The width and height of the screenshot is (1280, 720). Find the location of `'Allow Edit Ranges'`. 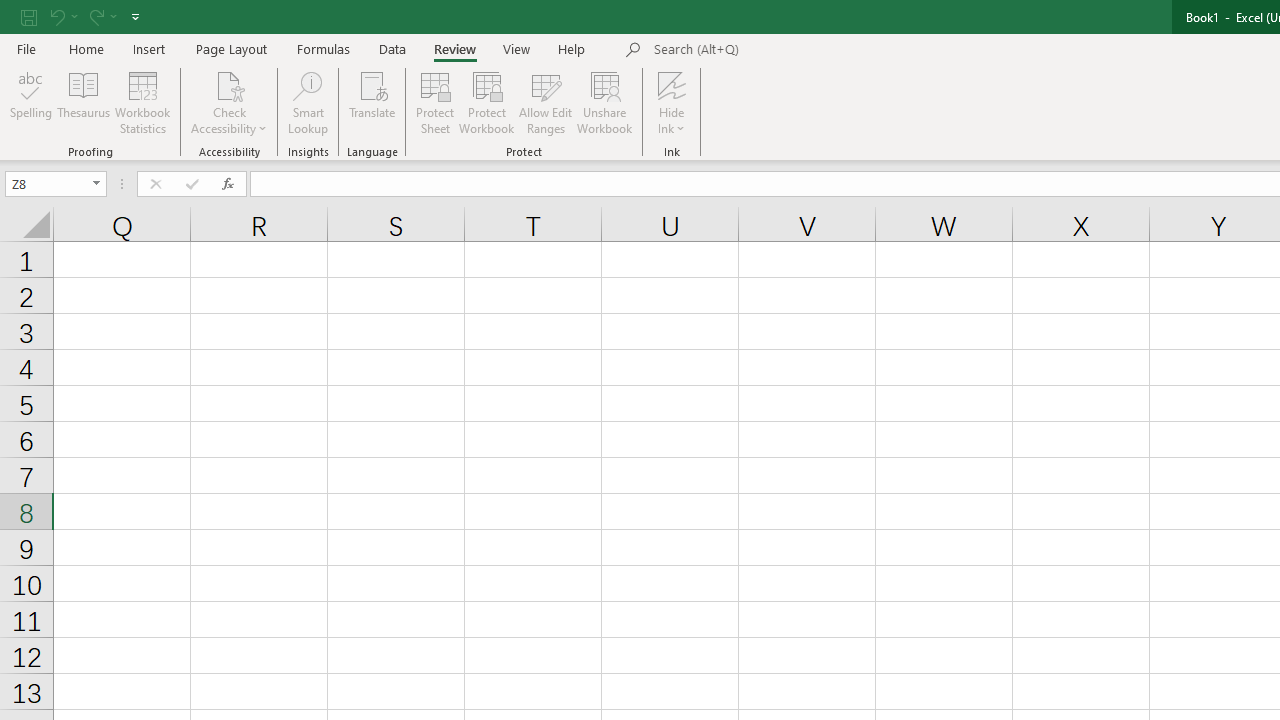

'Allow Edit Ranges' is located at coordinates (545, 103).